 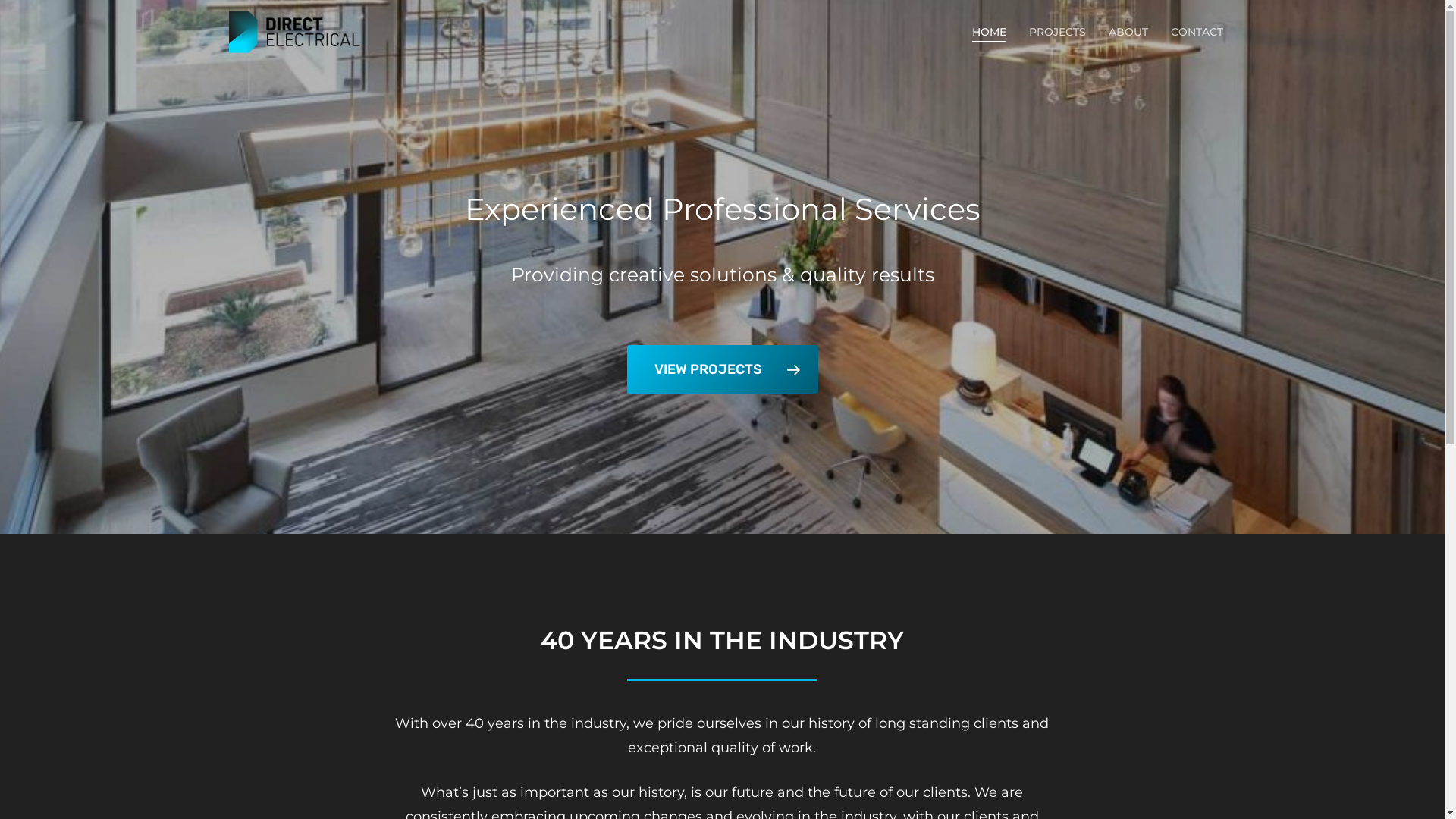 I want to click on 'HOME', so click(x=989, y=32).